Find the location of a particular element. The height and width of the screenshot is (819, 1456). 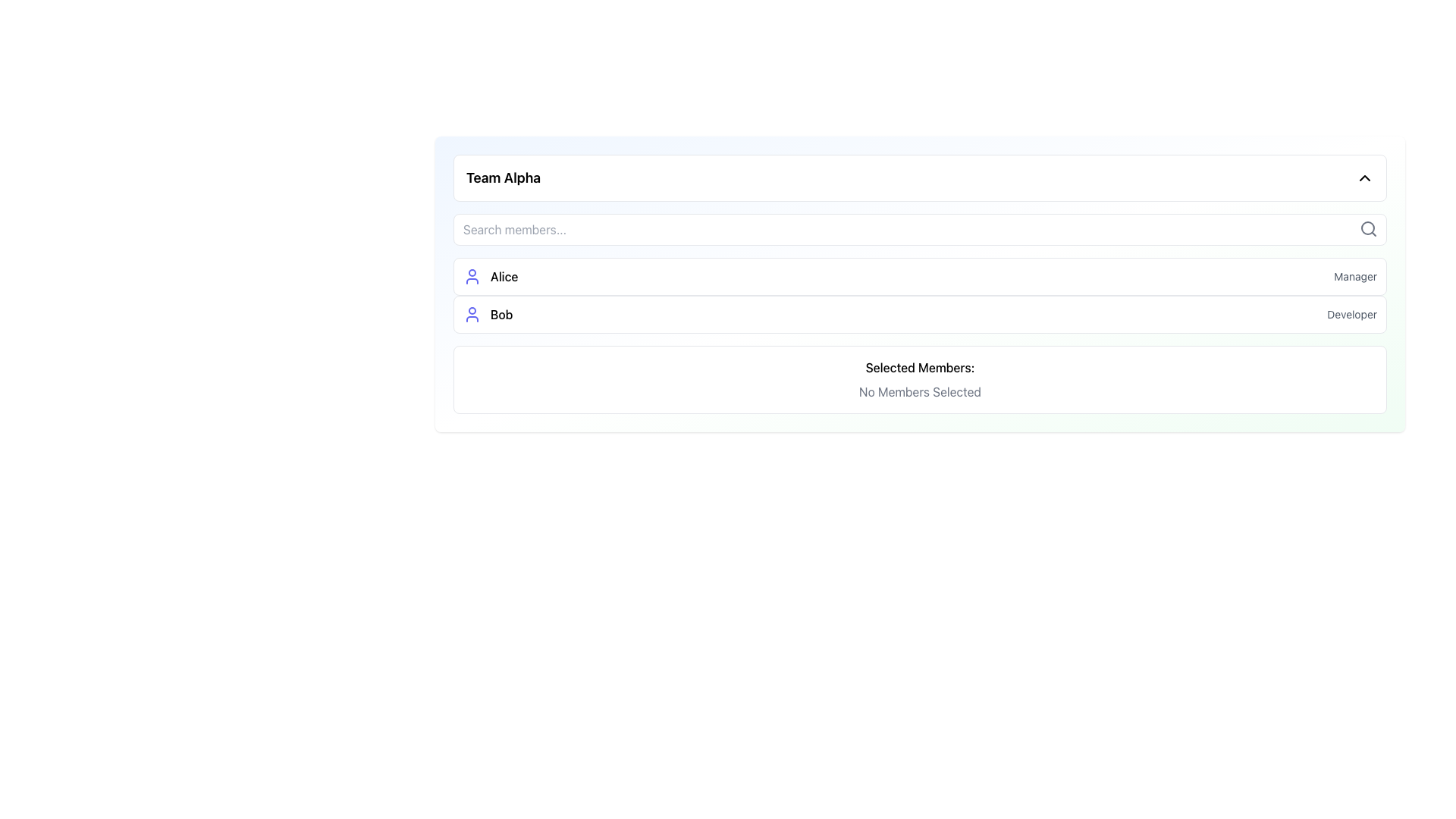

the Text Label displaying the role 'Developer' for the member named Bob, located in the 'Team Alpha' section, positioned to the far right of the 'Bob' entry is located at coordinates (1352, 314).